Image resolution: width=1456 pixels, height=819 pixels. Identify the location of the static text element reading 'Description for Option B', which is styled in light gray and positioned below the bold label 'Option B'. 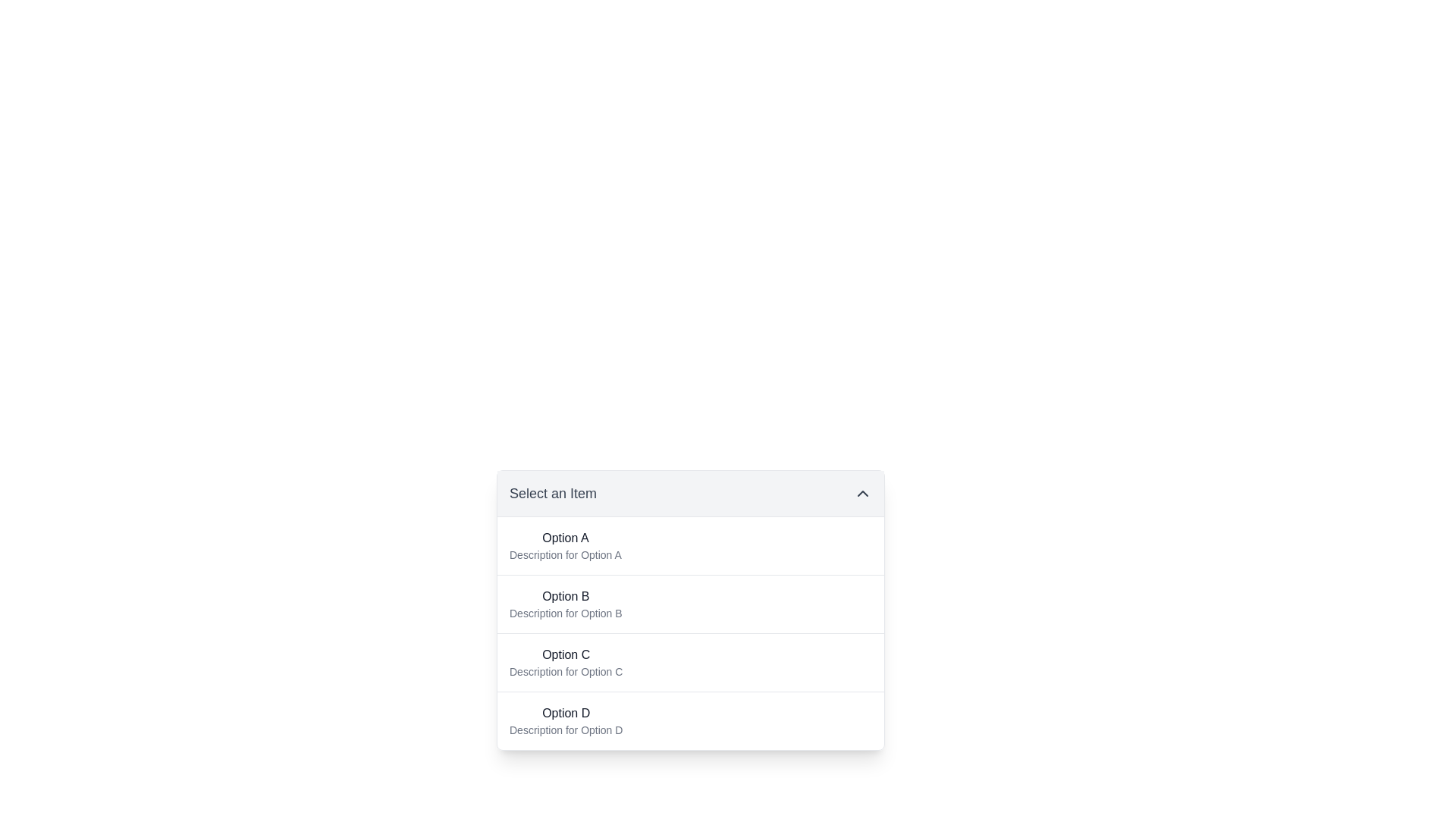
(565, 613).